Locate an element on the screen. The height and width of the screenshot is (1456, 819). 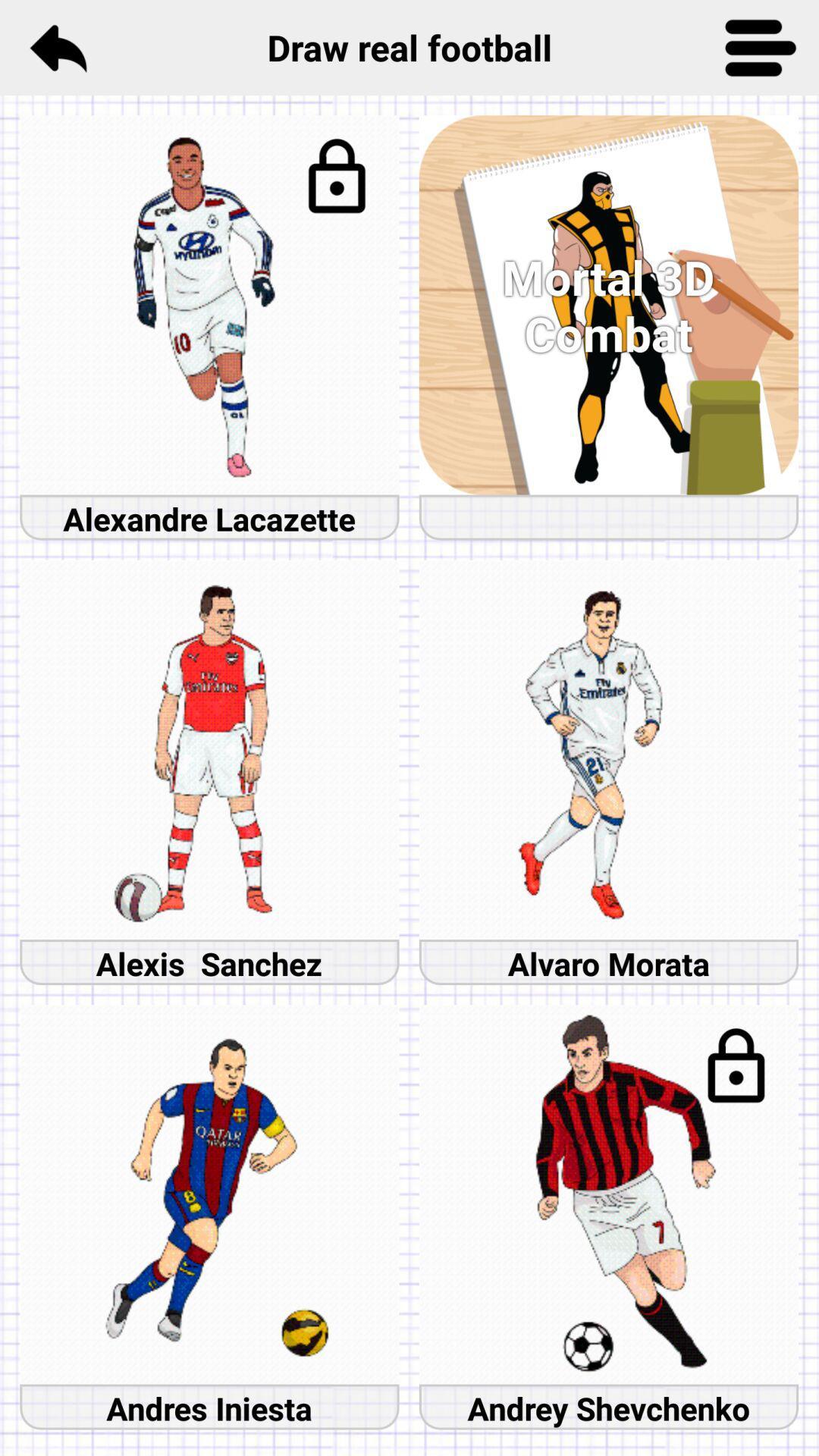
the icon to the right of draw real football is located at coordinates (761, 47).